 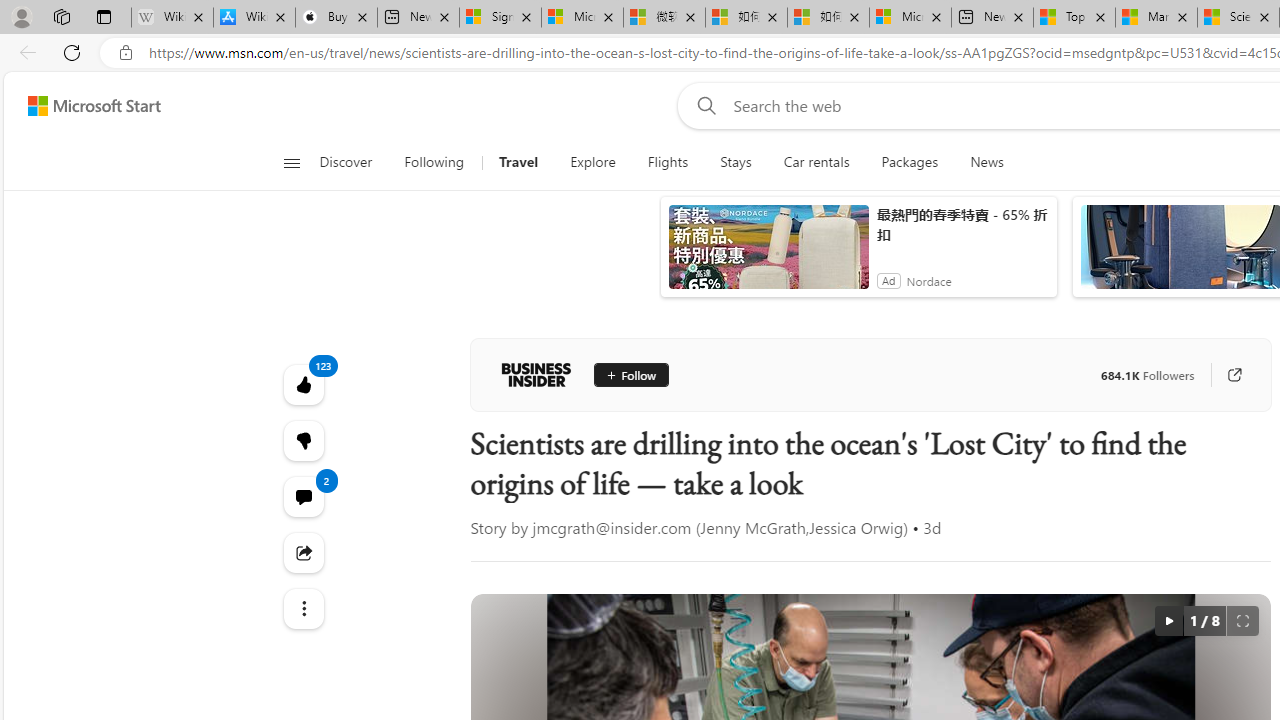 I want to click on 'Nordace', so click(x=928, y=280).